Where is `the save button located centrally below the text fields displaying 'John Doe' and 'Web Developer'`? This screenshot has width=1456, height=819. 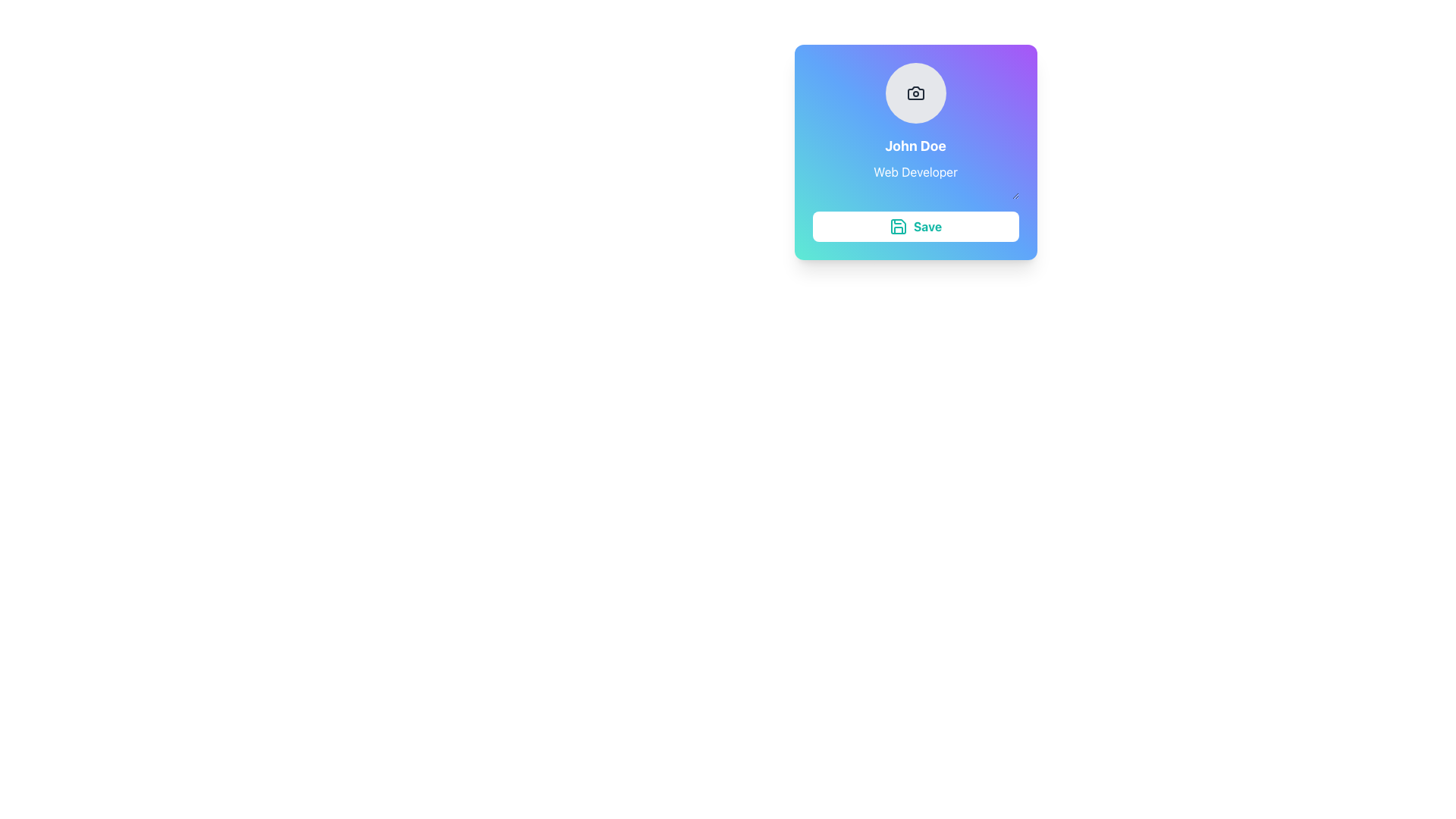
the save button located centrally below the text fields displaying 'John Doe' and 'Web Developer' is located at coordinates (915, 227).